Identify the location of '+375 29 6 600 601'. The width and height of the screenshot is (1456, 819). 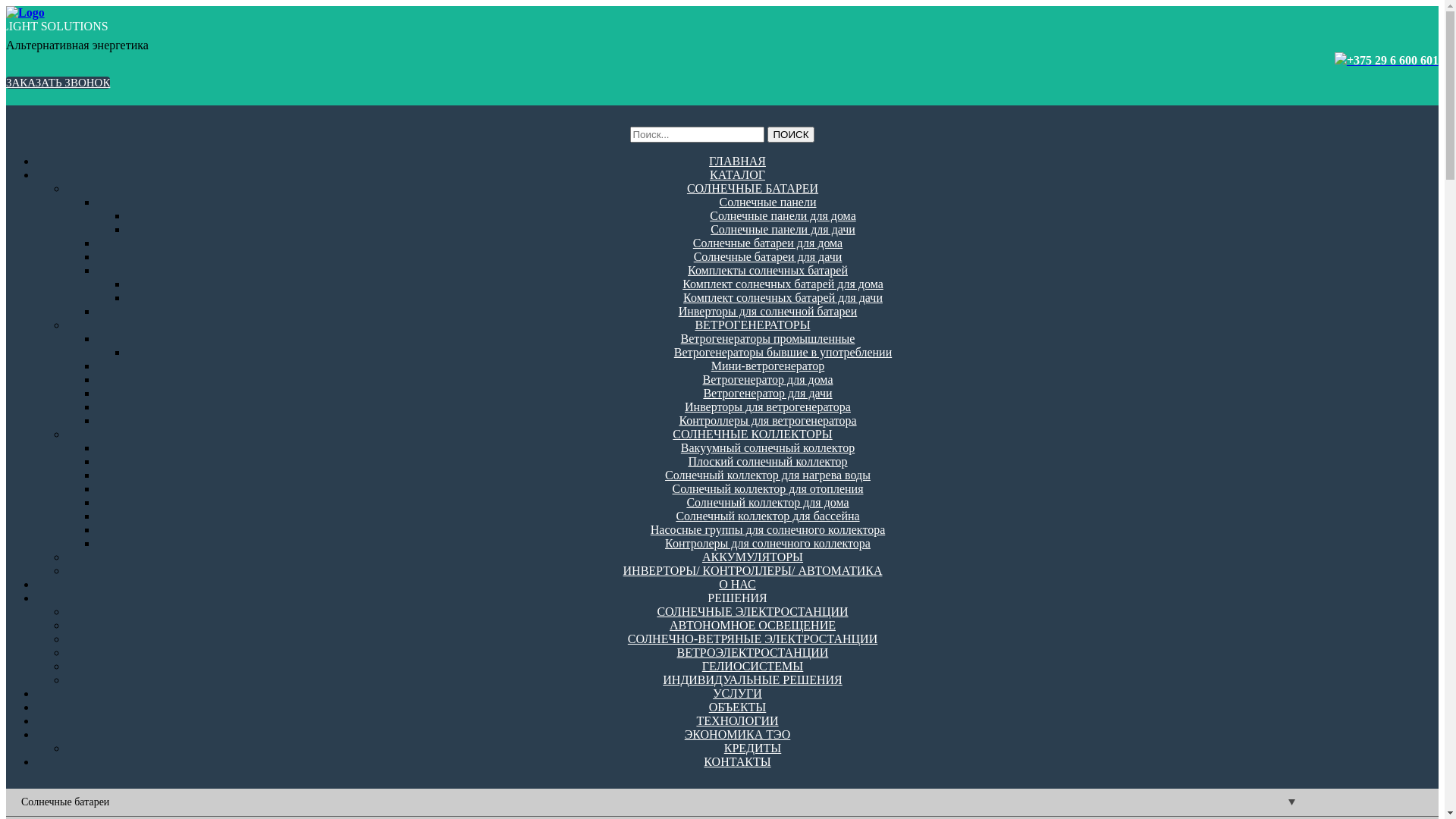
(1392, 59).